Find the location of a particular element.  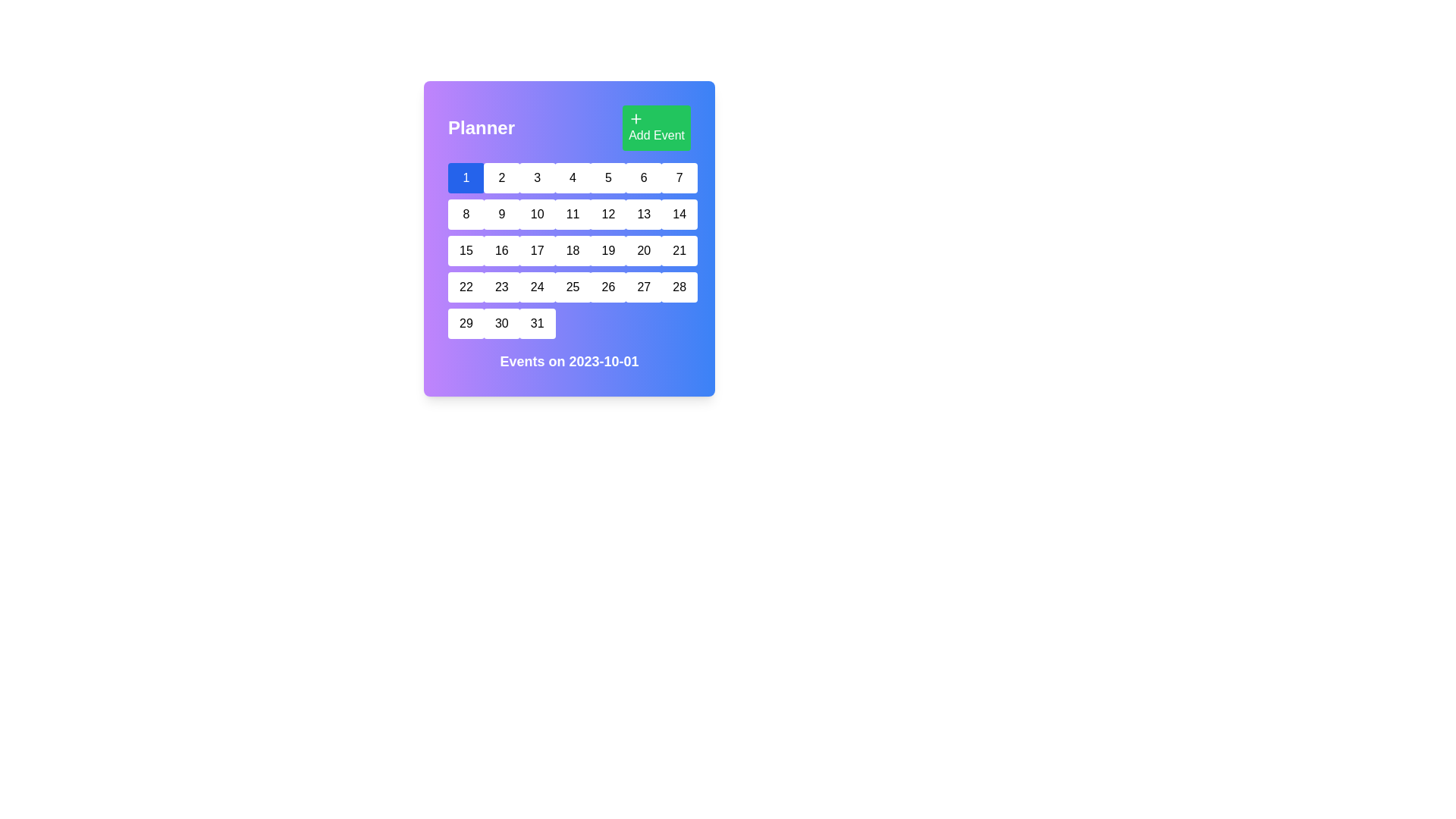

the square-shaped button displaying the number '26' in a black, bold font, located in the fifth row of a 7-column grid layout in a calendar-like interface is located at coordinates (608, 287).